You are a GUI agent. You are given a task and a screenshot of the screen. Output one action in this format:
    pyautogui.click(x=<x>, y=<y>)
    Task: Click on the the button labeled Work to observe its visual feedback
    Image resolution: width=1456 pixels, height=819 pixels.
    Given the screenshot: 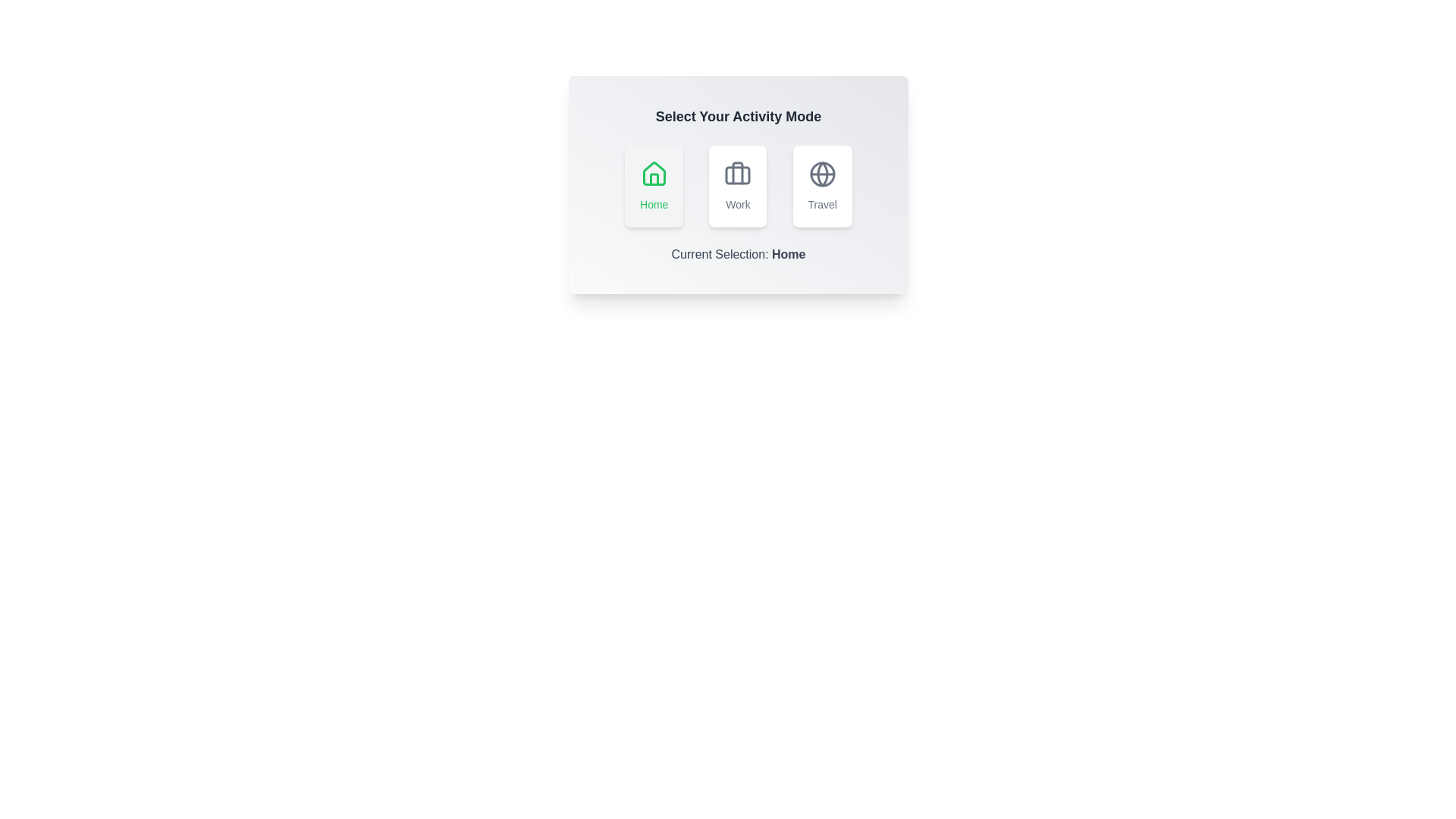 What is the action you would take?
    pyautogui.click(x=738, y=186)
    